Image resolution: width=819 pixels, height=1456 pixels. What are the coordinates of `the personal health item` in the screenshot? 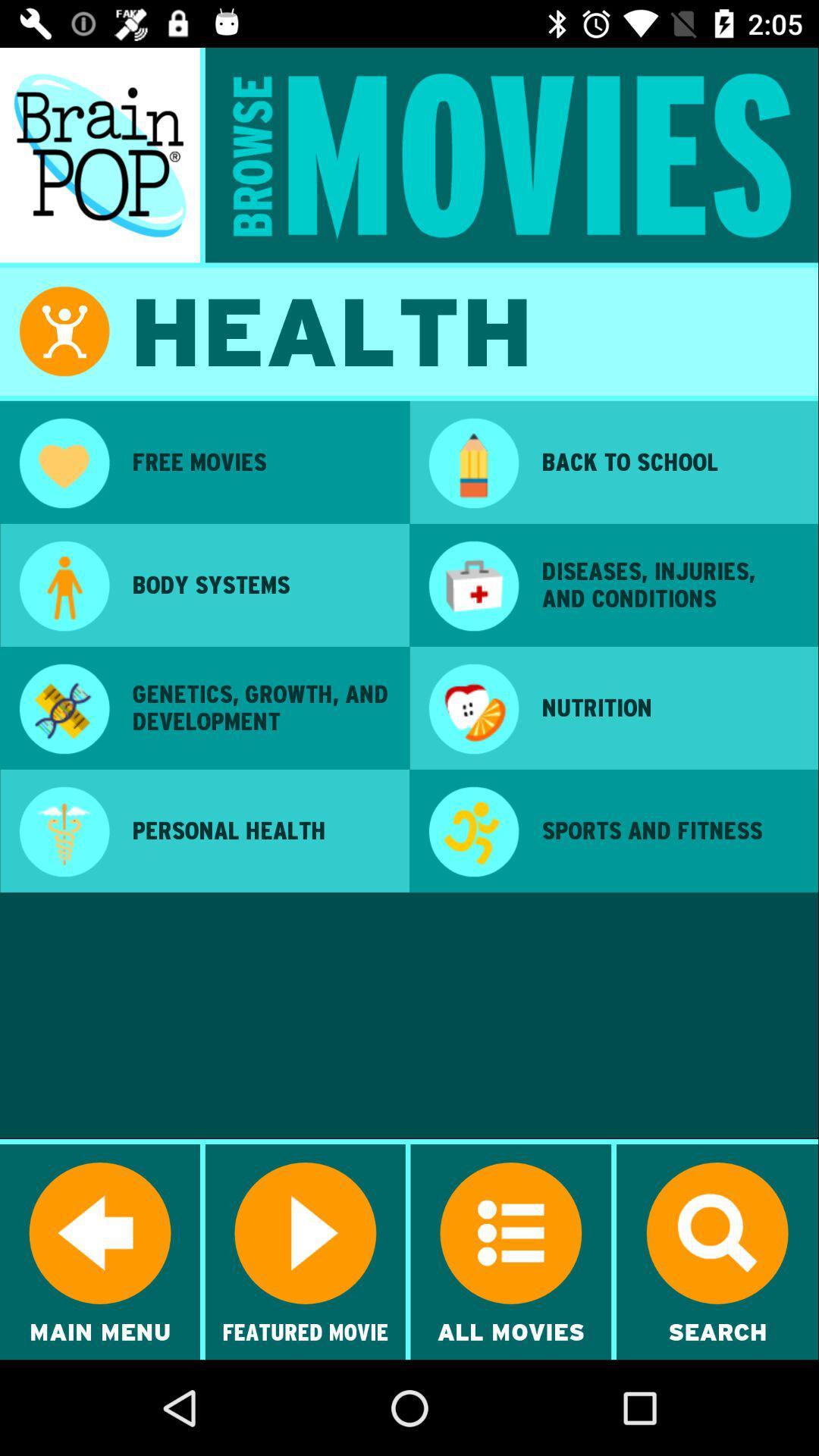 It's located at (259, 830).